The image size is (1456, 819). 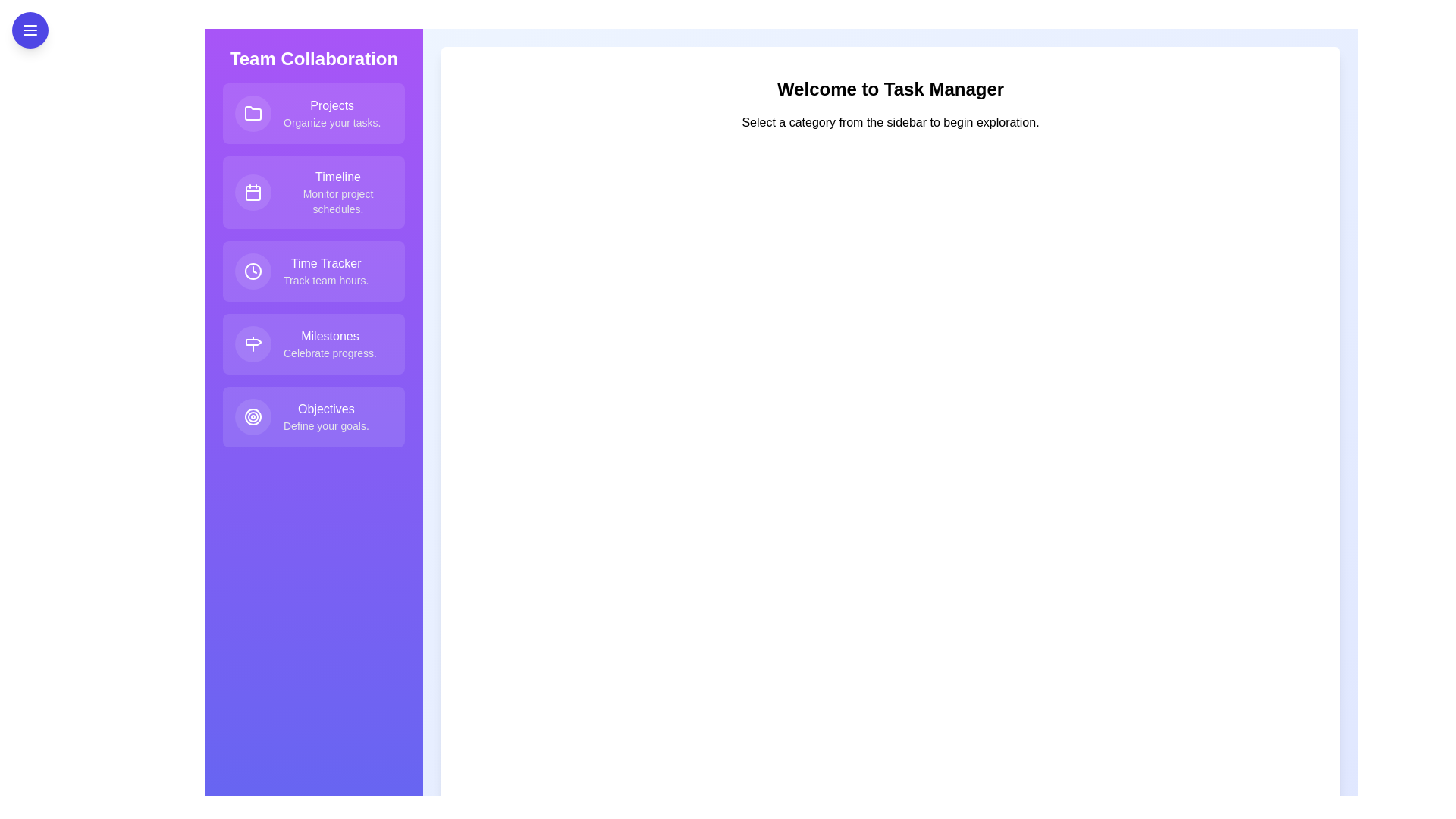 What do you see at coordinates (312, 344) in the screenshot?
I see `the feature item labeled 'Milestones' to view its hover effect` at bounding box center [312, 344].